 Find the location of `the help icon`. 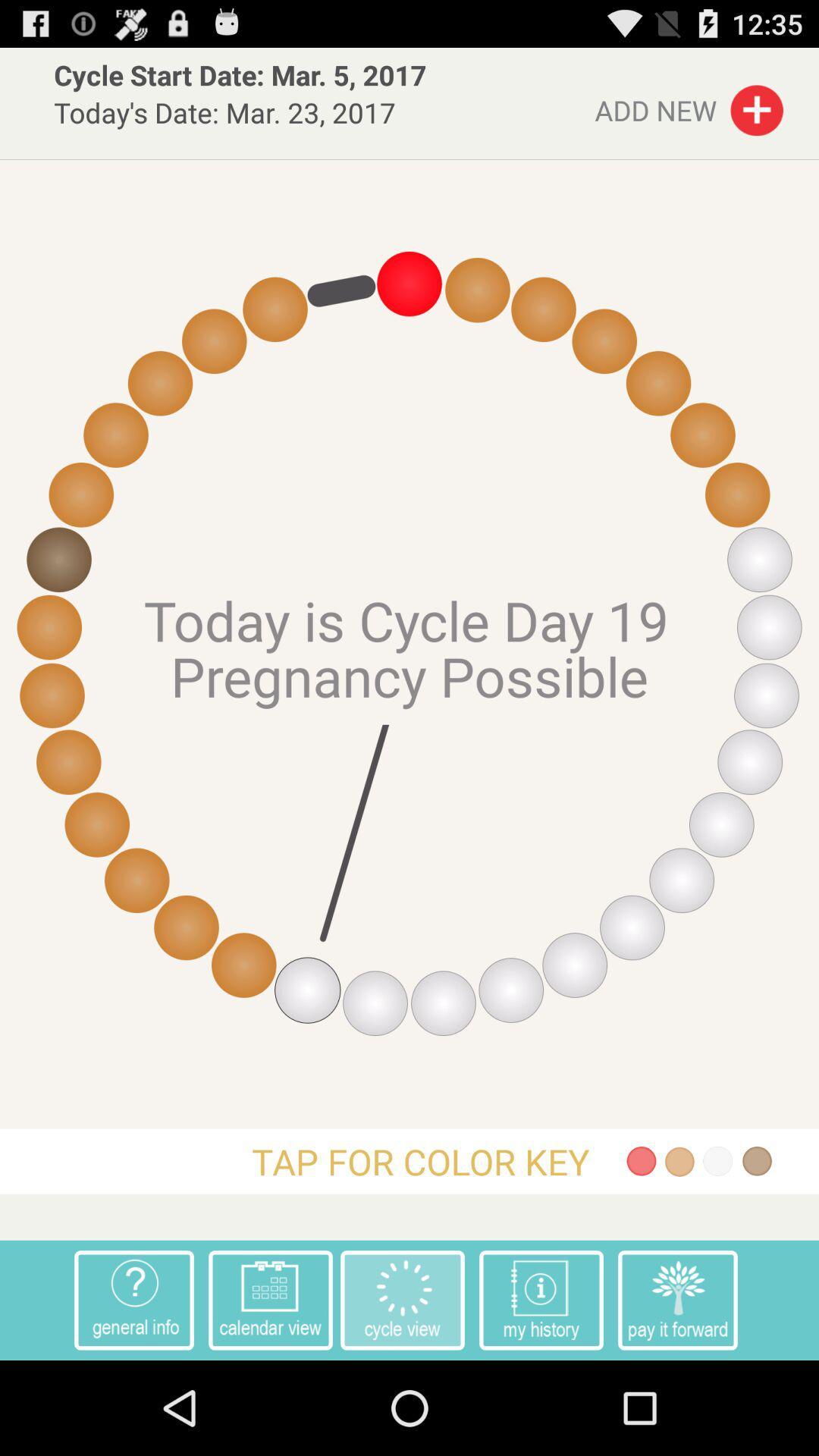

the help icon is located at coordinates (133, 1392).